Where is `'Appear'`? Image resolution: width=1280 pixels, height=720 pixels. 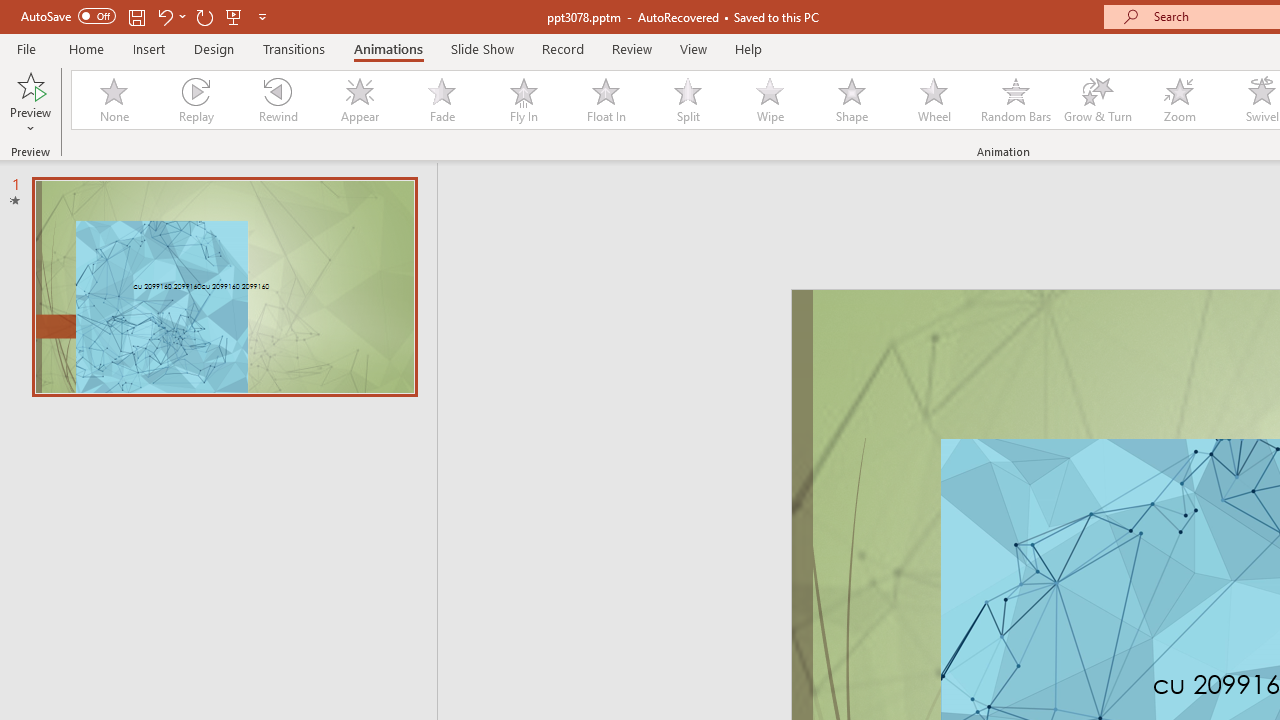
'Appear' is located at coordinates (359, 100).